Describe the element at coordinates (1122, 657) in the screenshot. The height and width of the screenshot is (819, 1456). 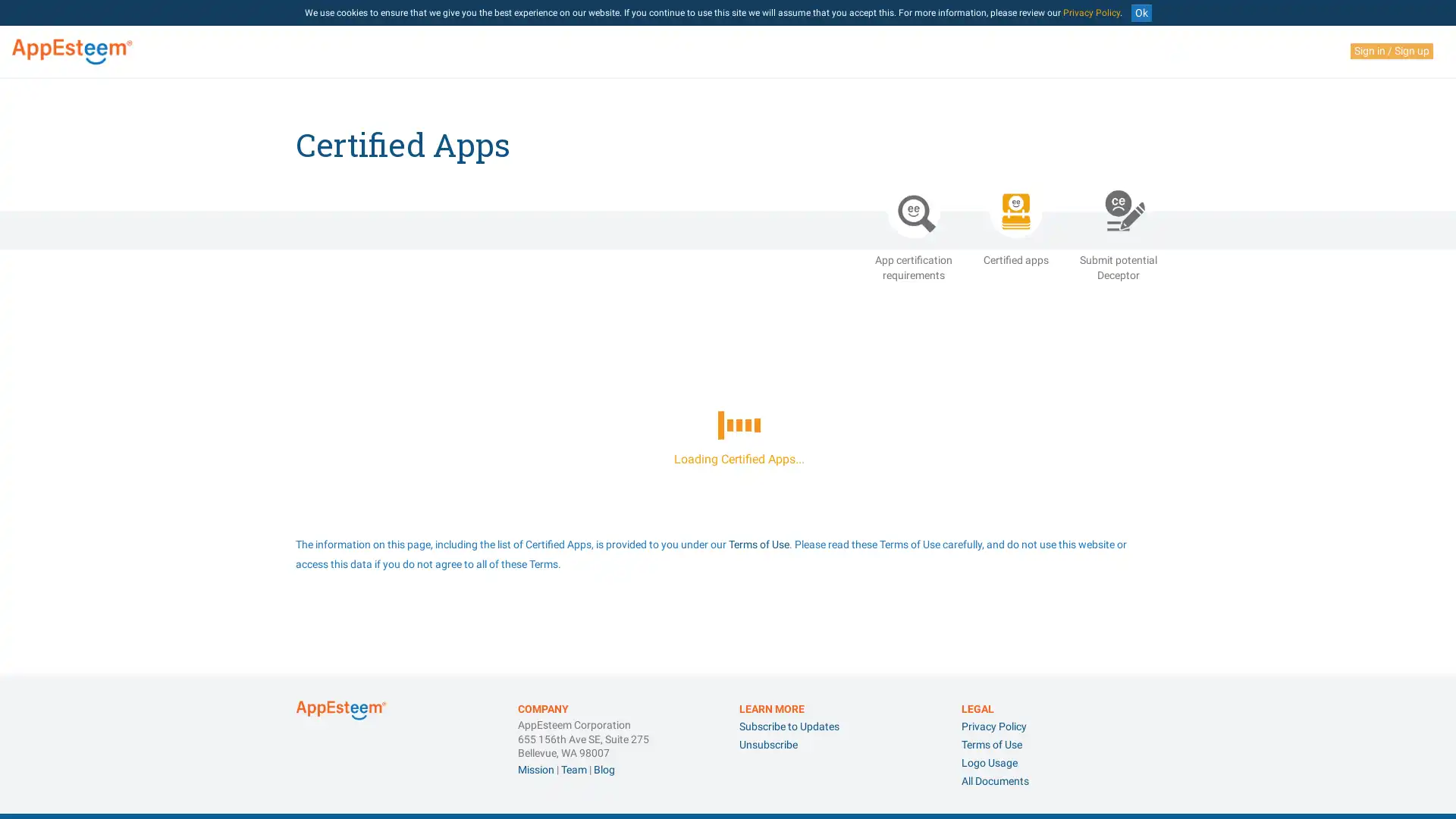
I see `read more` at that location.